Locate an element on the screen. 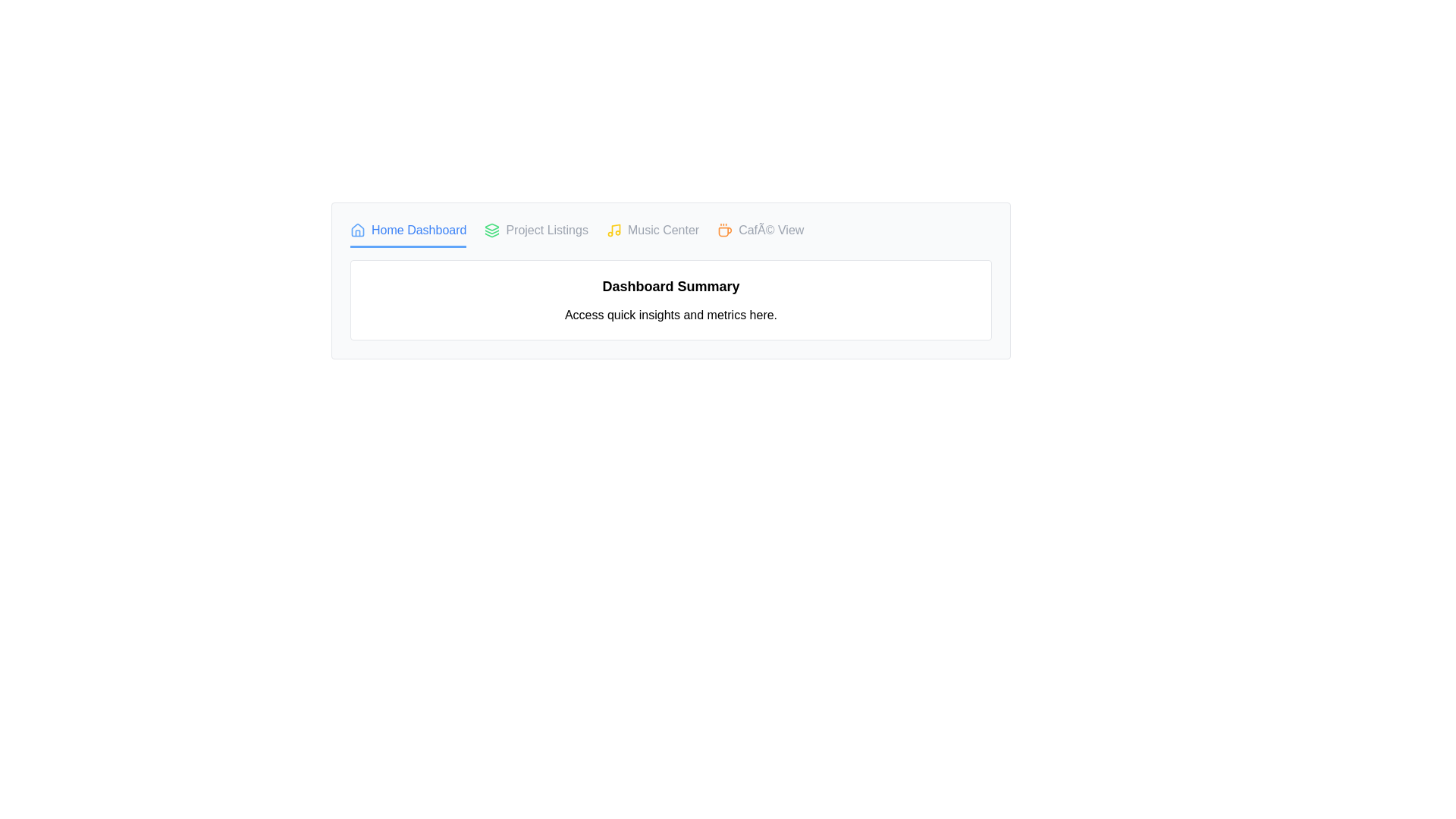 The width and height of the screenshot is (1456, 819). the 'Café View' button, which features a light gray text label and an orange coffee cup icon is located at coordinates (761, 234).